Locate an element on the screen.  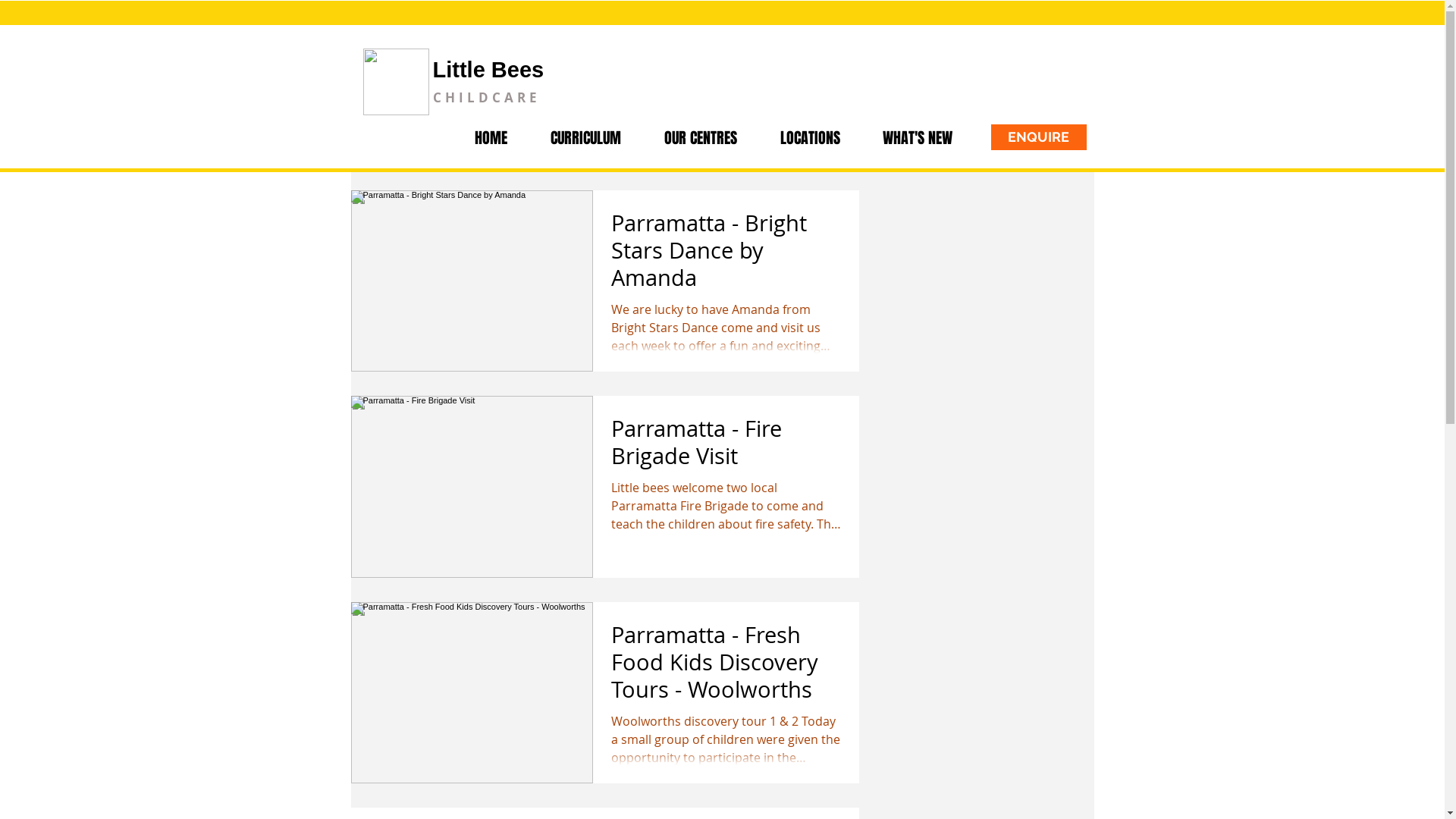
'Little-Bees-logo-final-final.png' is located at coordinates (395, 82).